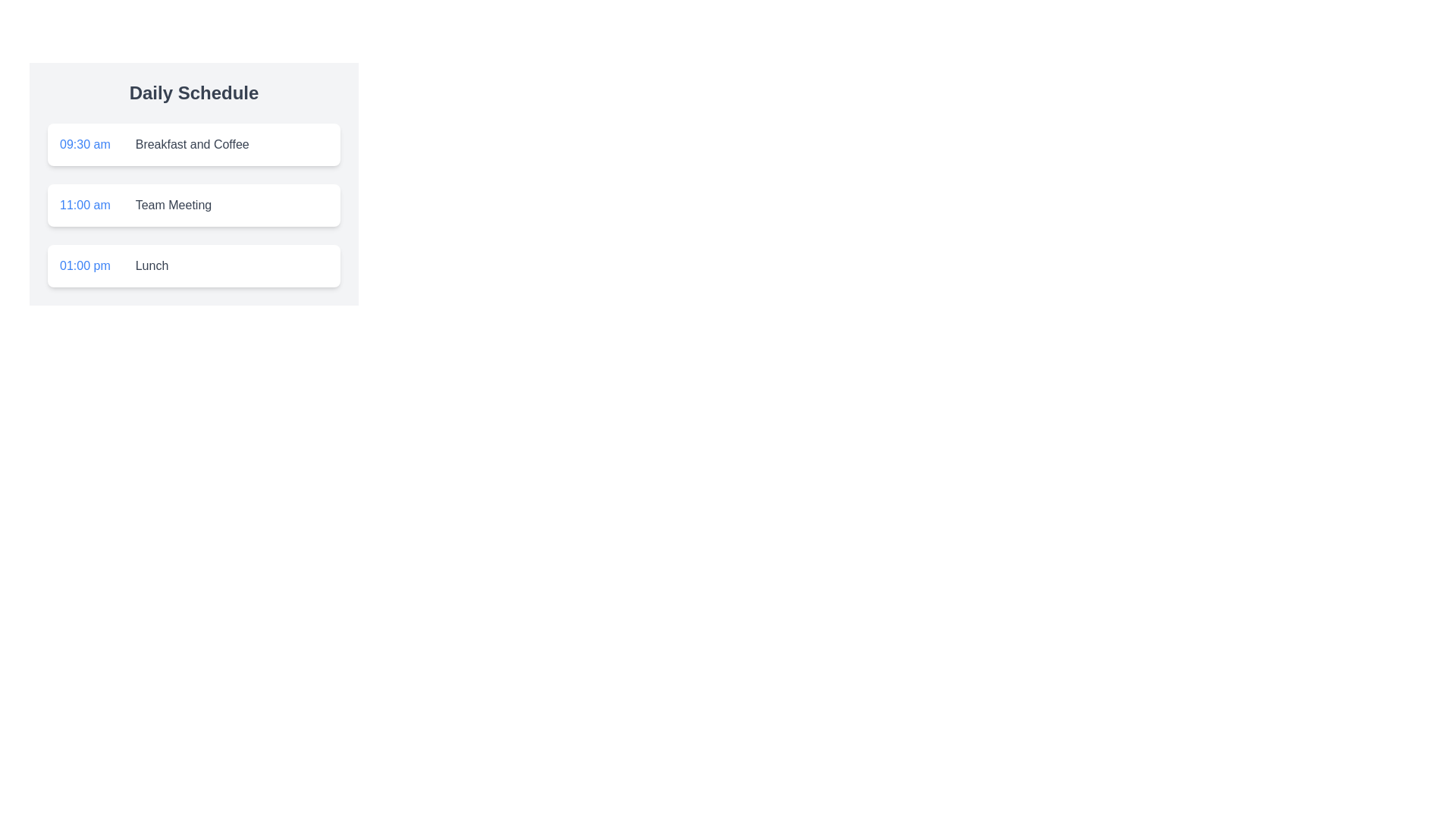 Image resolution: width=1456 pixels, height=819 pixels. I want to click on the Text label located in the third entry of the daily schedule next to the time '01:00 pm', positioned to the right of a vertical divider, so click(146, 265).